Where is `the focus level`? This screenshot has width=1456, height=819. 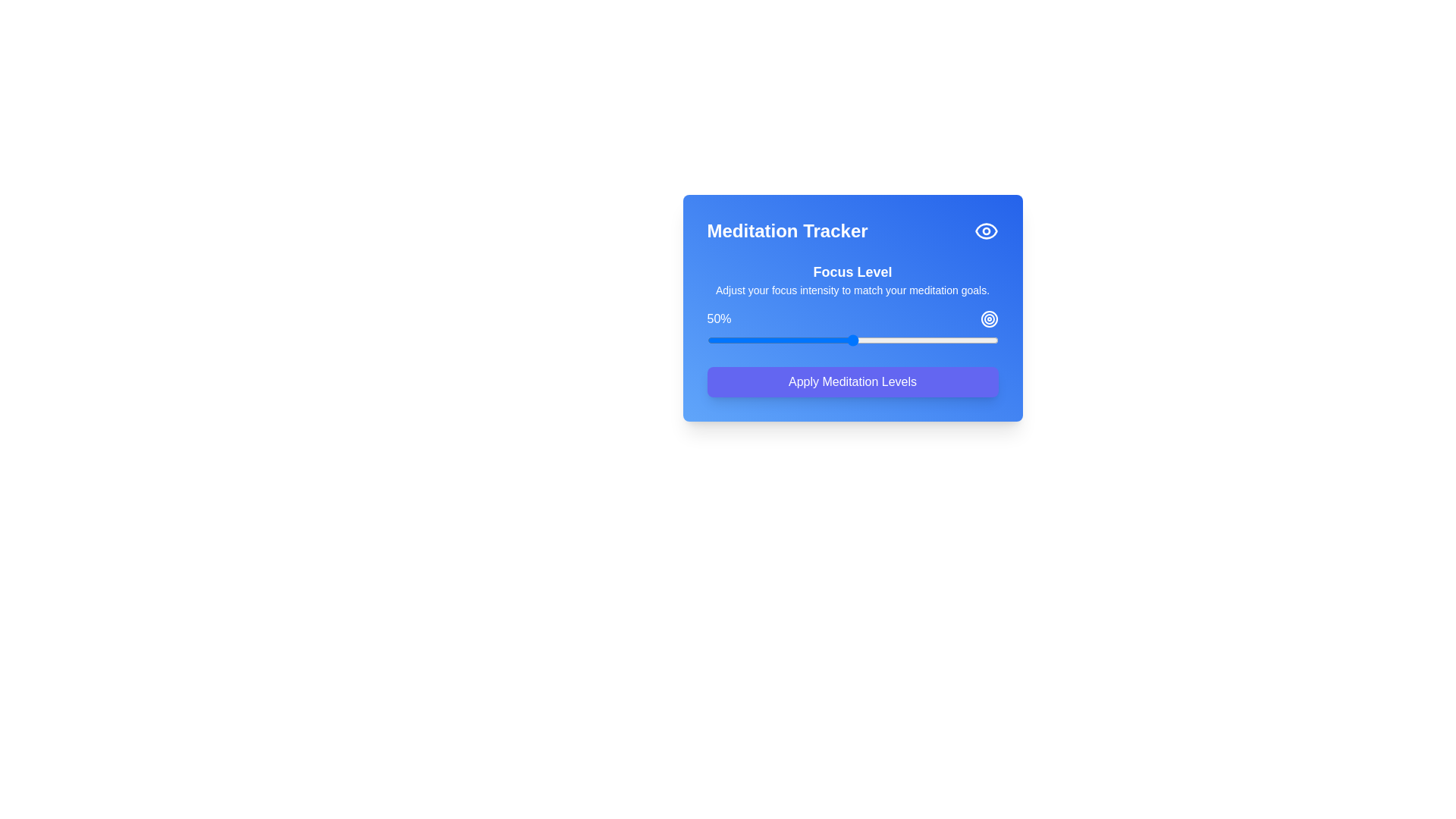 the focus level is located at coordinates (808, 339).